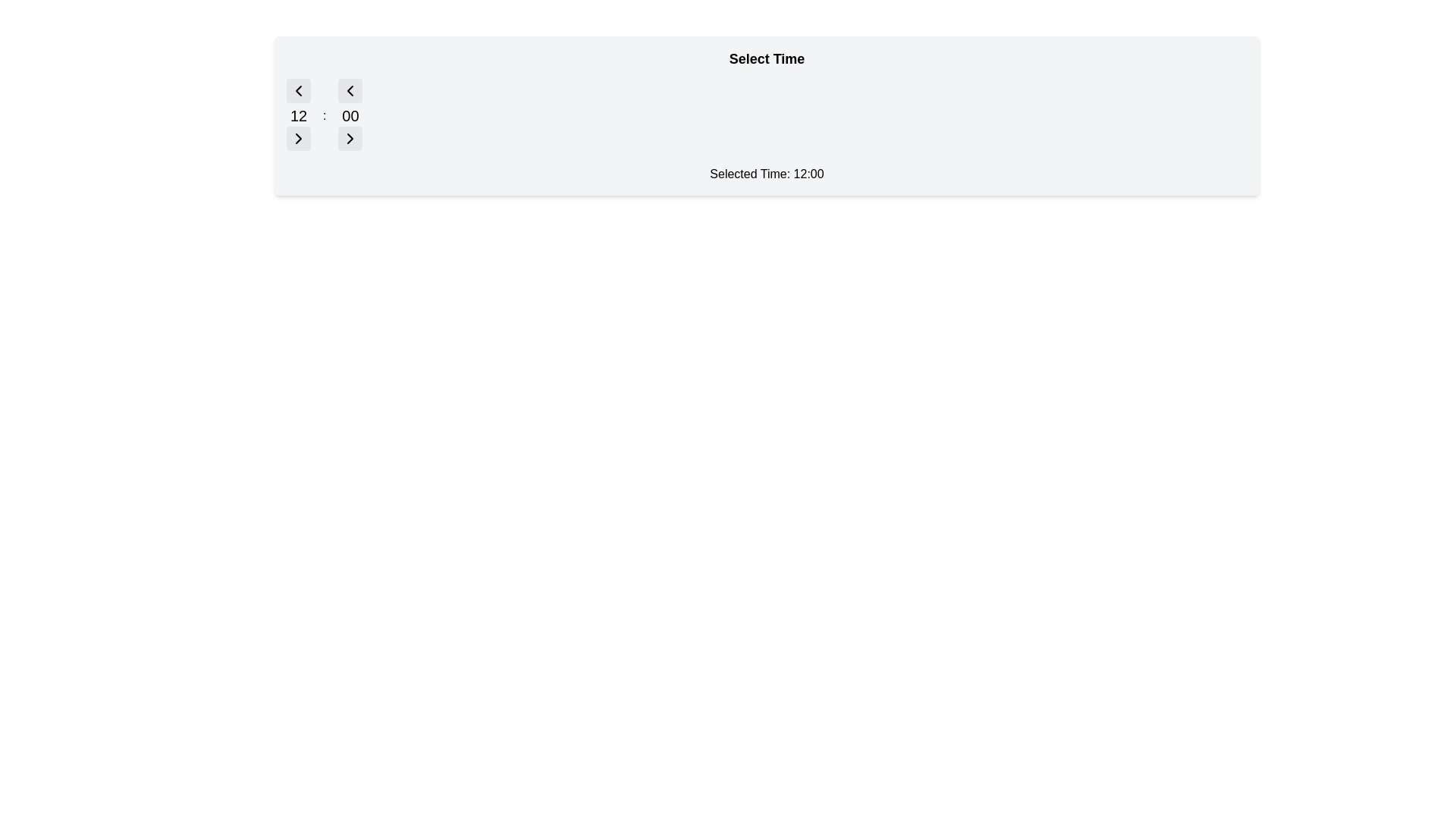 This screenshot has width=1456, height=819. Describe the element at coordinates (298, 115) in the screenshot. I see `the text element displaying the number '12', which is part of the time selector widget and positioned between the upward and downward arrow buttons` at that location.